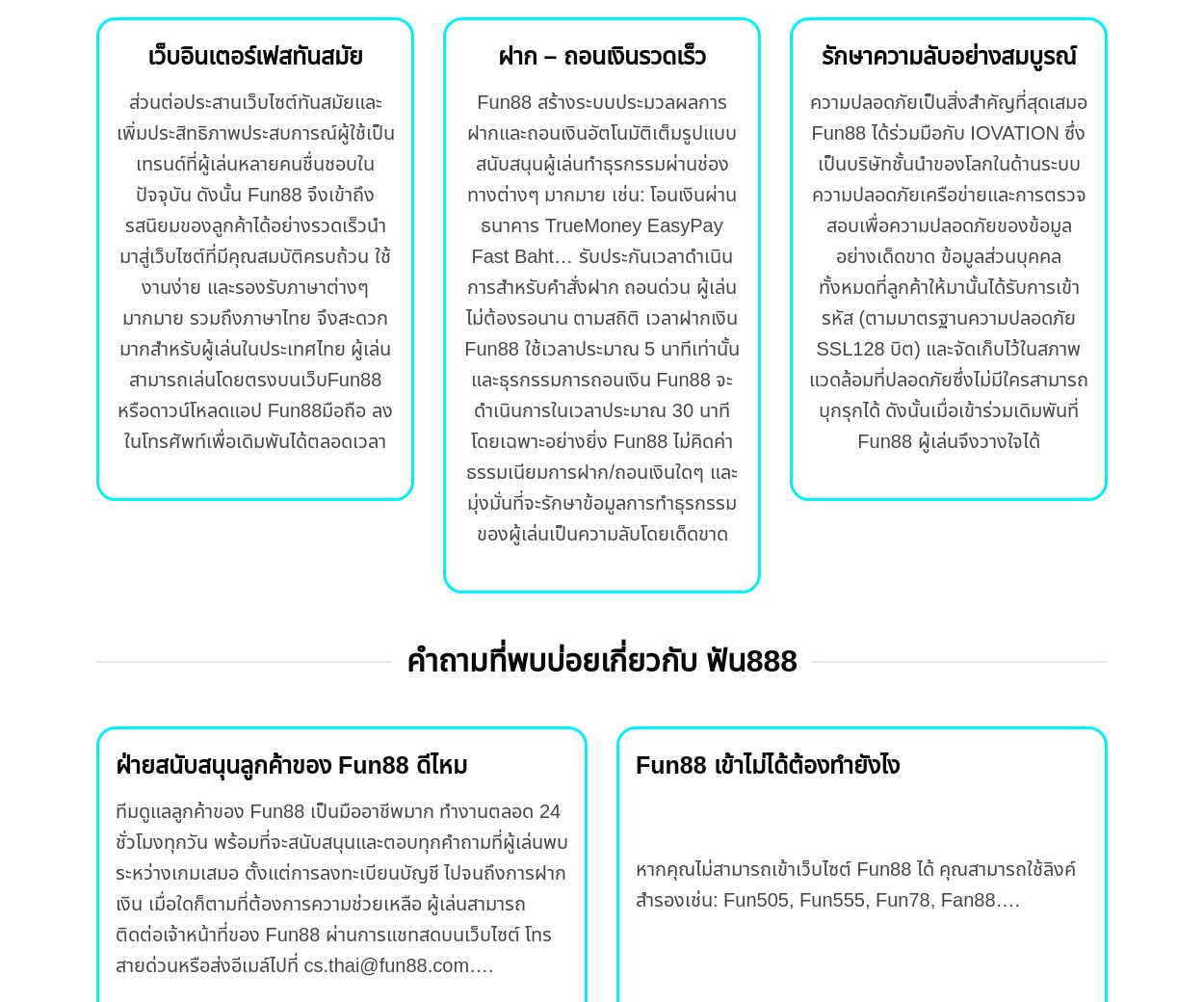 This screenshot has height=1002, width=1204. Describe the element at coordinates (649, 379) in the screenshot. I see `'ถอนเงิน Fun88'` at that location.